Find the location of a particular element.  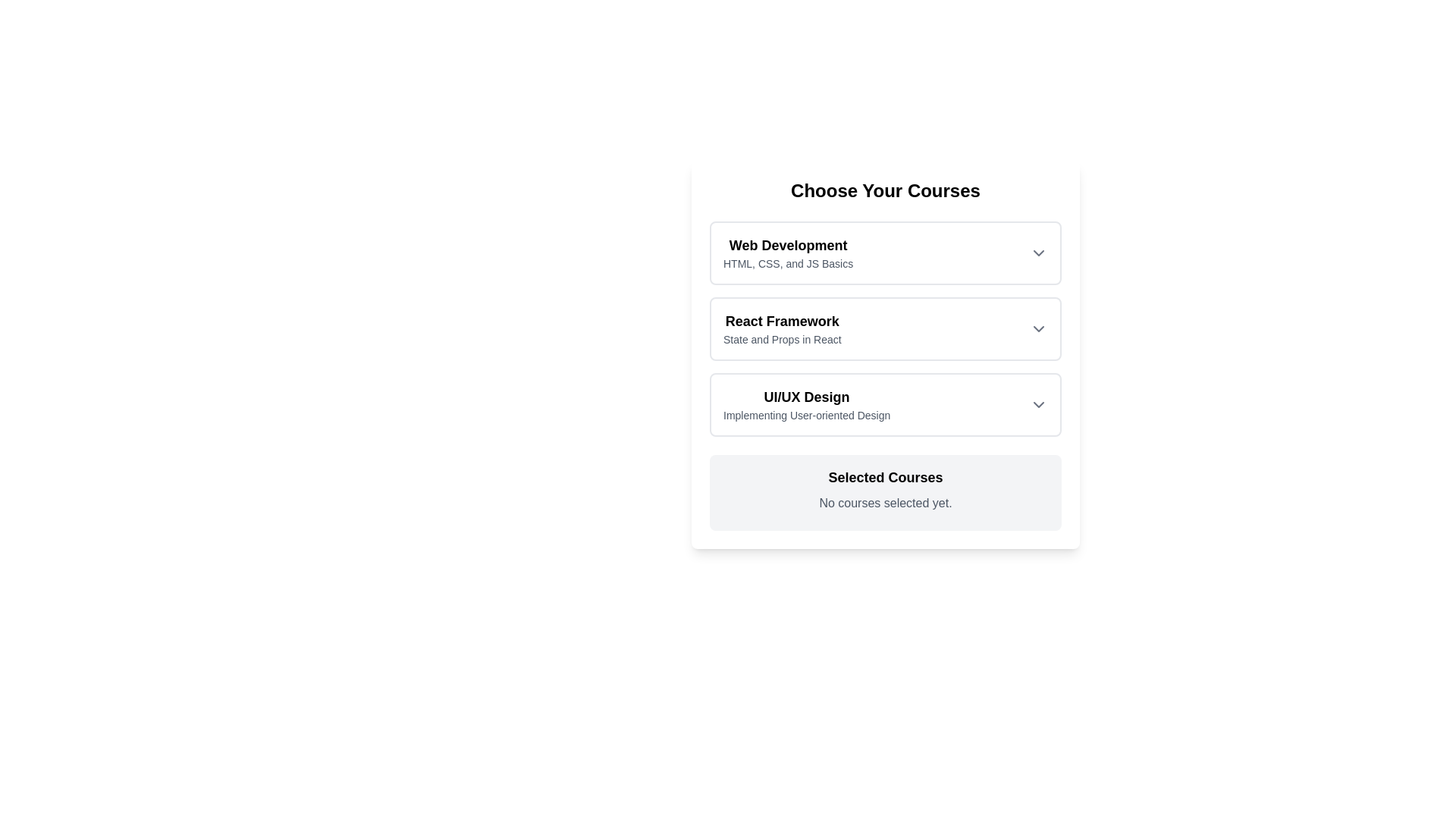

the list item displaying information about the 'React Framework' course is located at coordinates (885, 328).